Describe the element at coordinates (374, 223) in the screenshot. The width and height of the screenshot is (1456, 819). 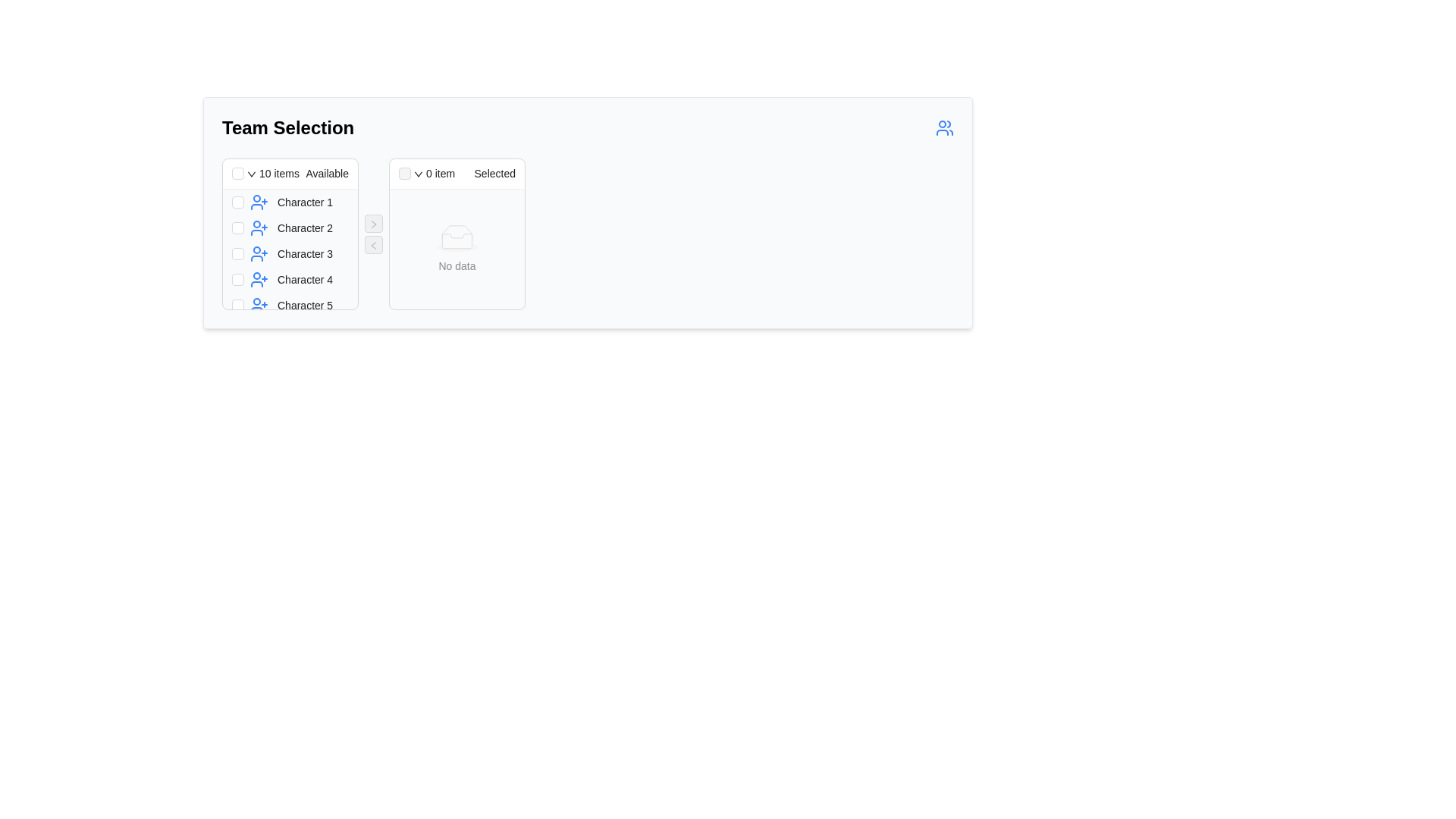
I see `the unique right-facing arrow icon button located on the right side of the 'Available' column in the Team Selection interface` at that location.